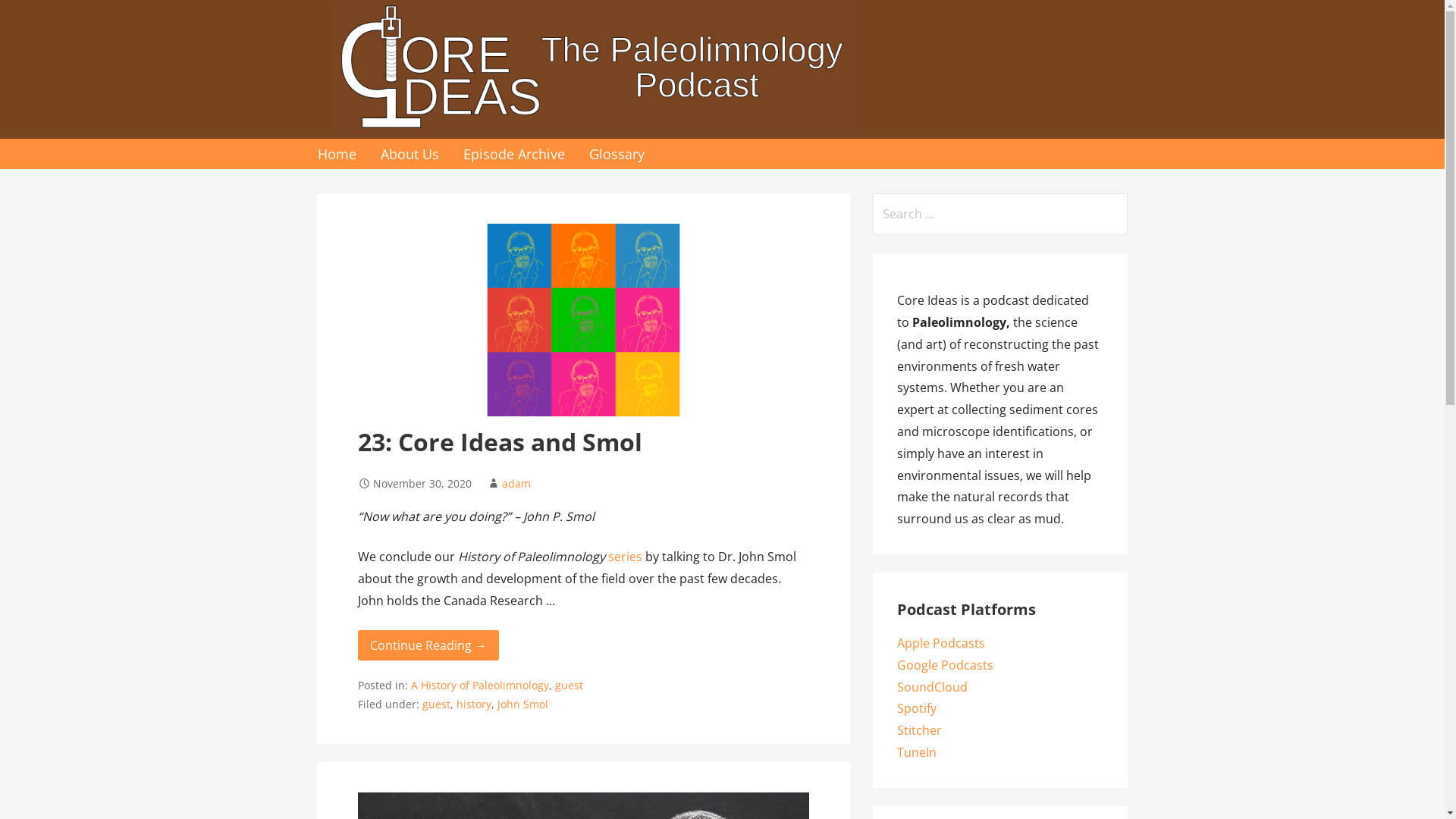 This screenshot has height=819, width=1456. I want to click on 'About Us', so click(409, 154).